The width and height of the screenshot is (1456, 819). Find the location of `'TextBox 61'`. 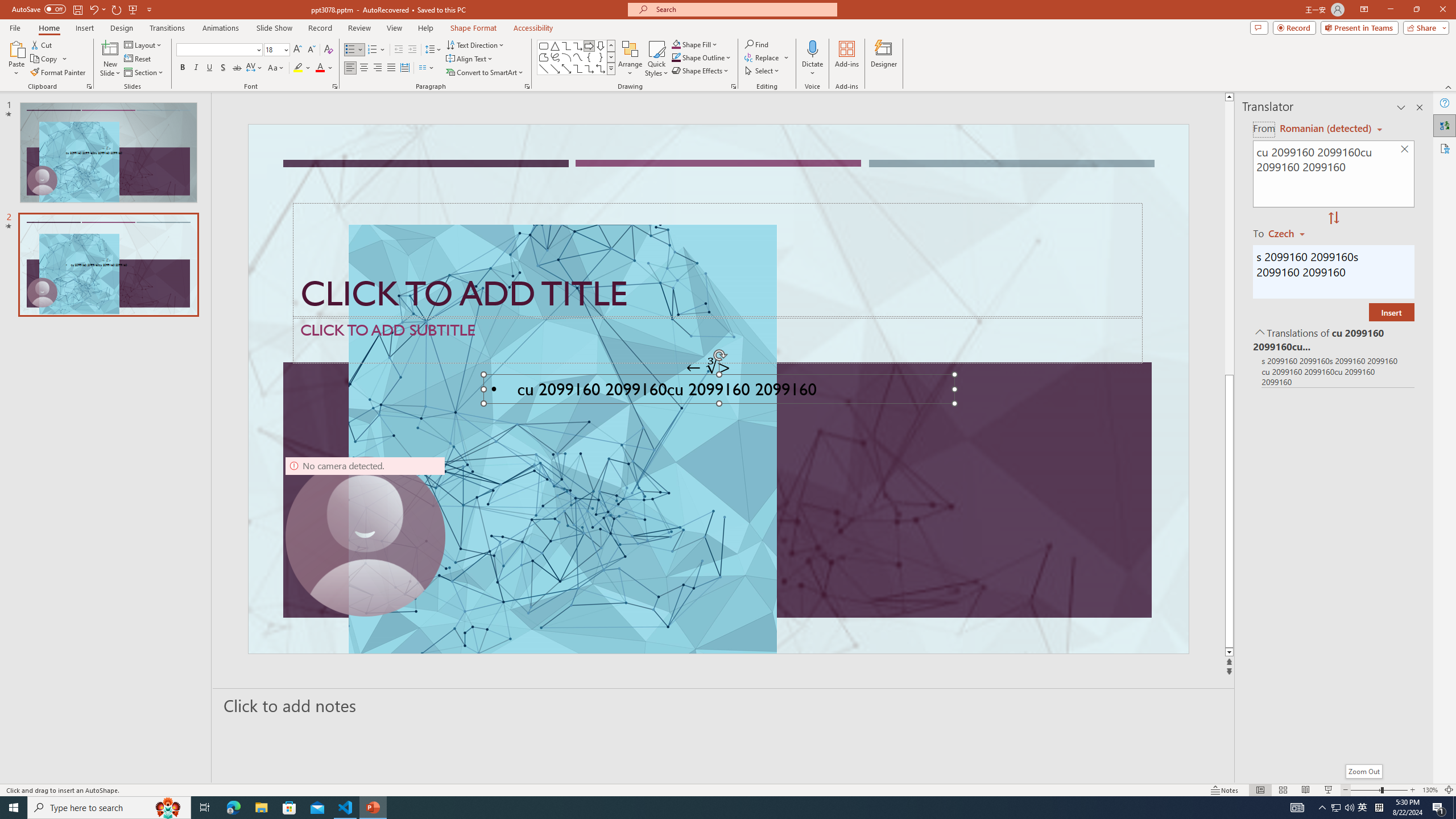

'TextBox 61' is located at coordinates (716, 391).